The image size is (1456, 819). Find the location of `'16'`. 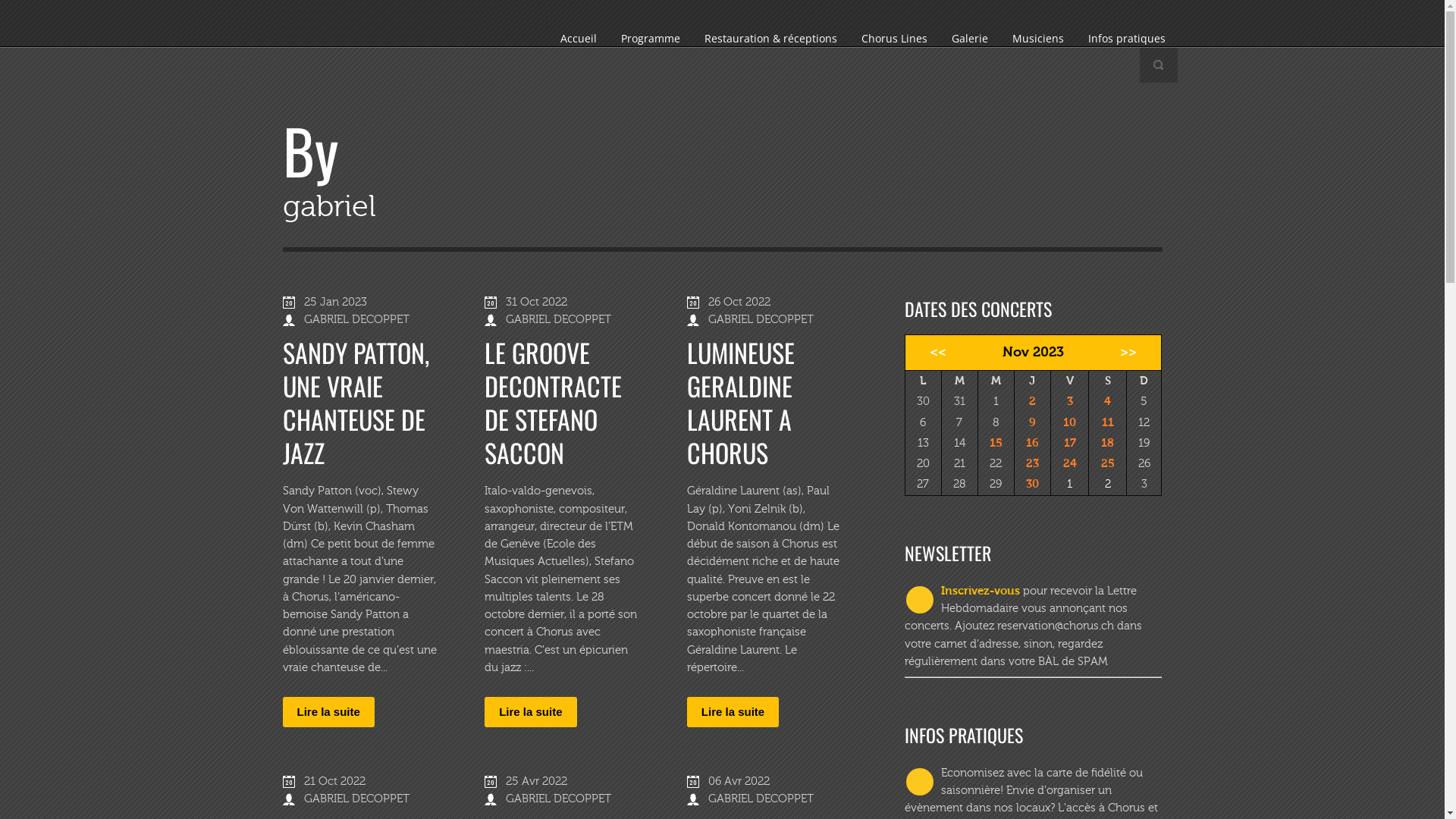

'16' is located at coordinates (1031, 442).